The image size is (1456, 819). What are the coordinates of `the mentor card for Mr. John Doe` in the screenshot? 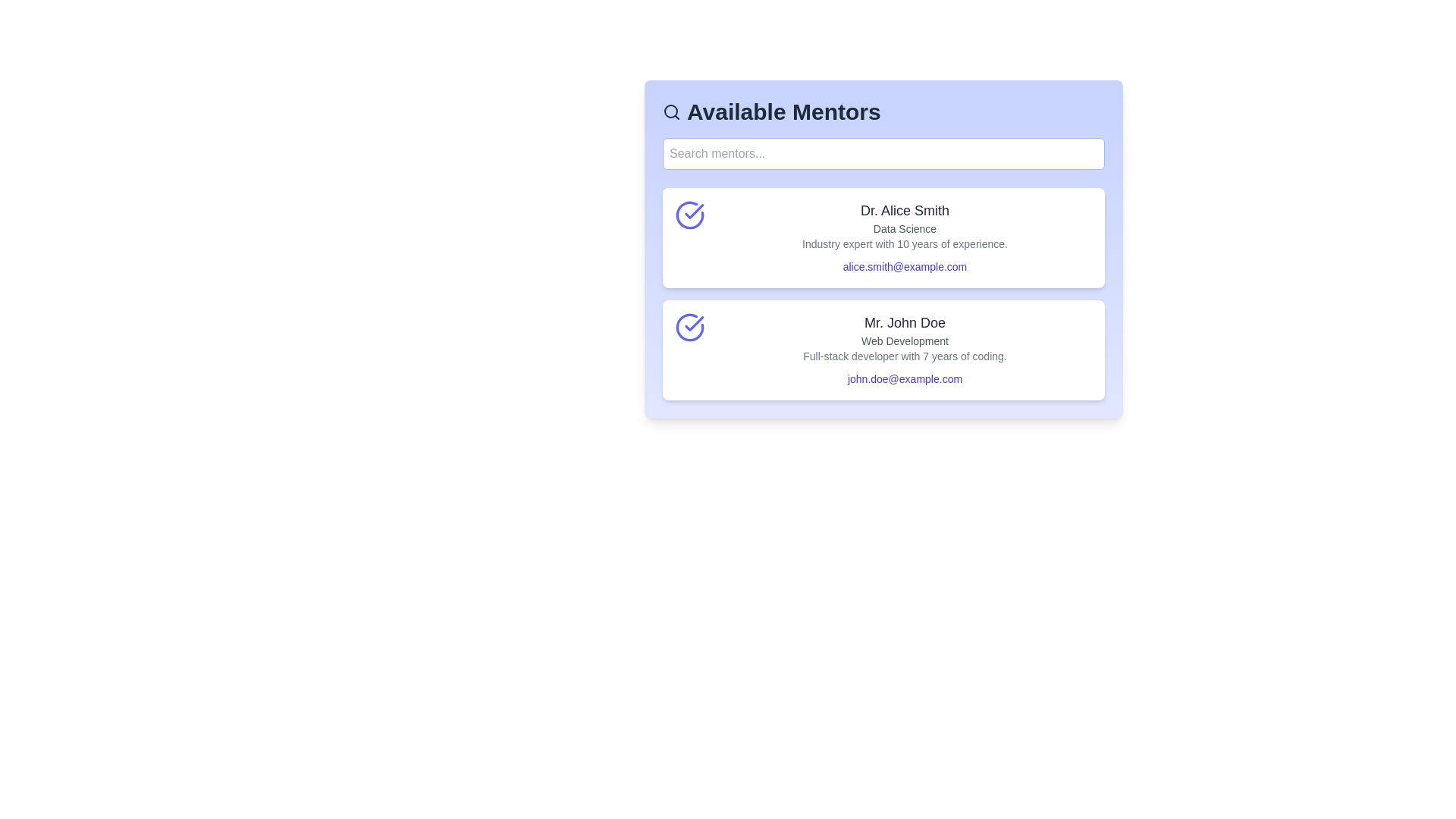 It's located at (883, 350).